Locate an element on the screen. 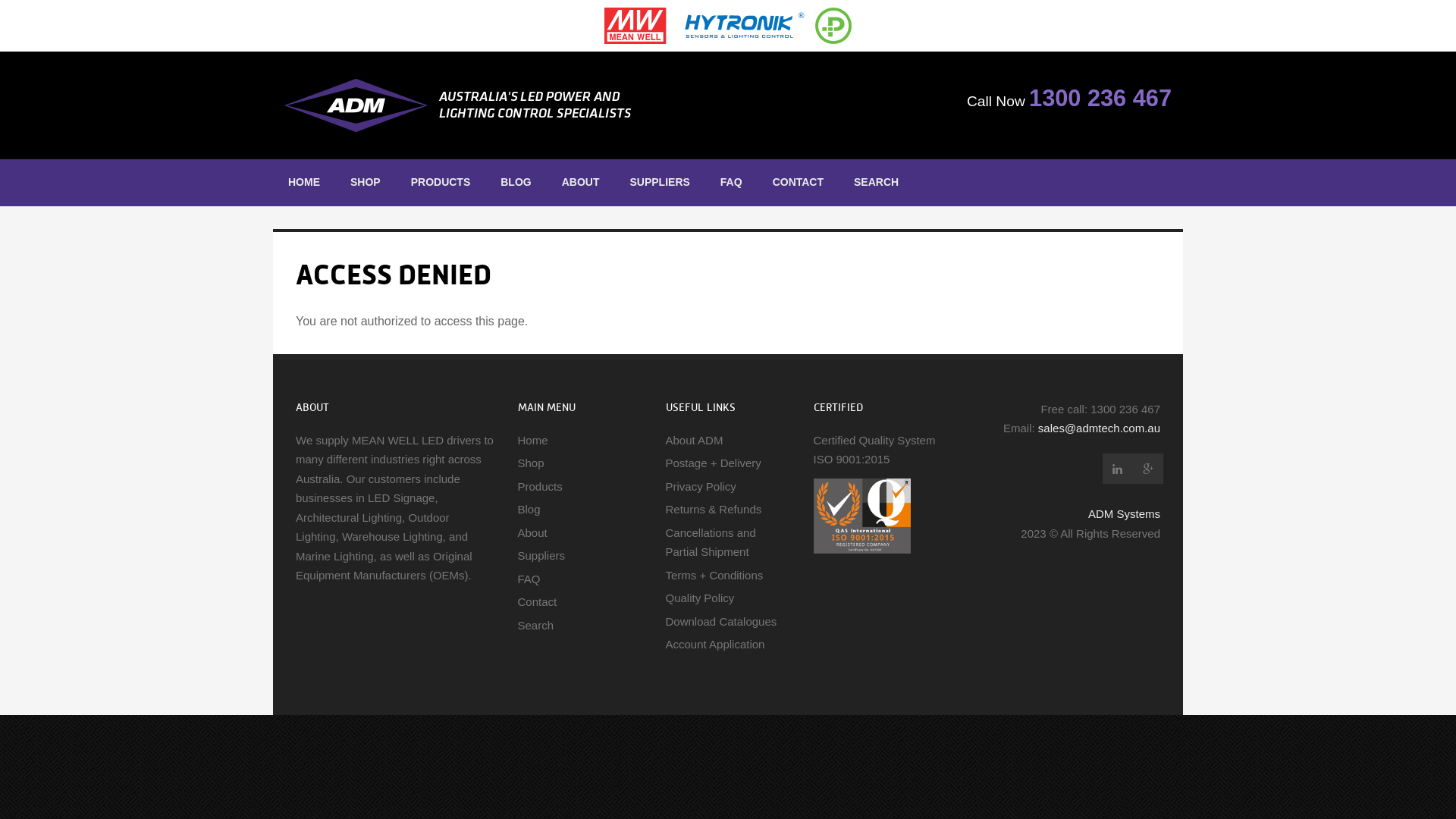  'Shop' is located at coordinates (530, 462).